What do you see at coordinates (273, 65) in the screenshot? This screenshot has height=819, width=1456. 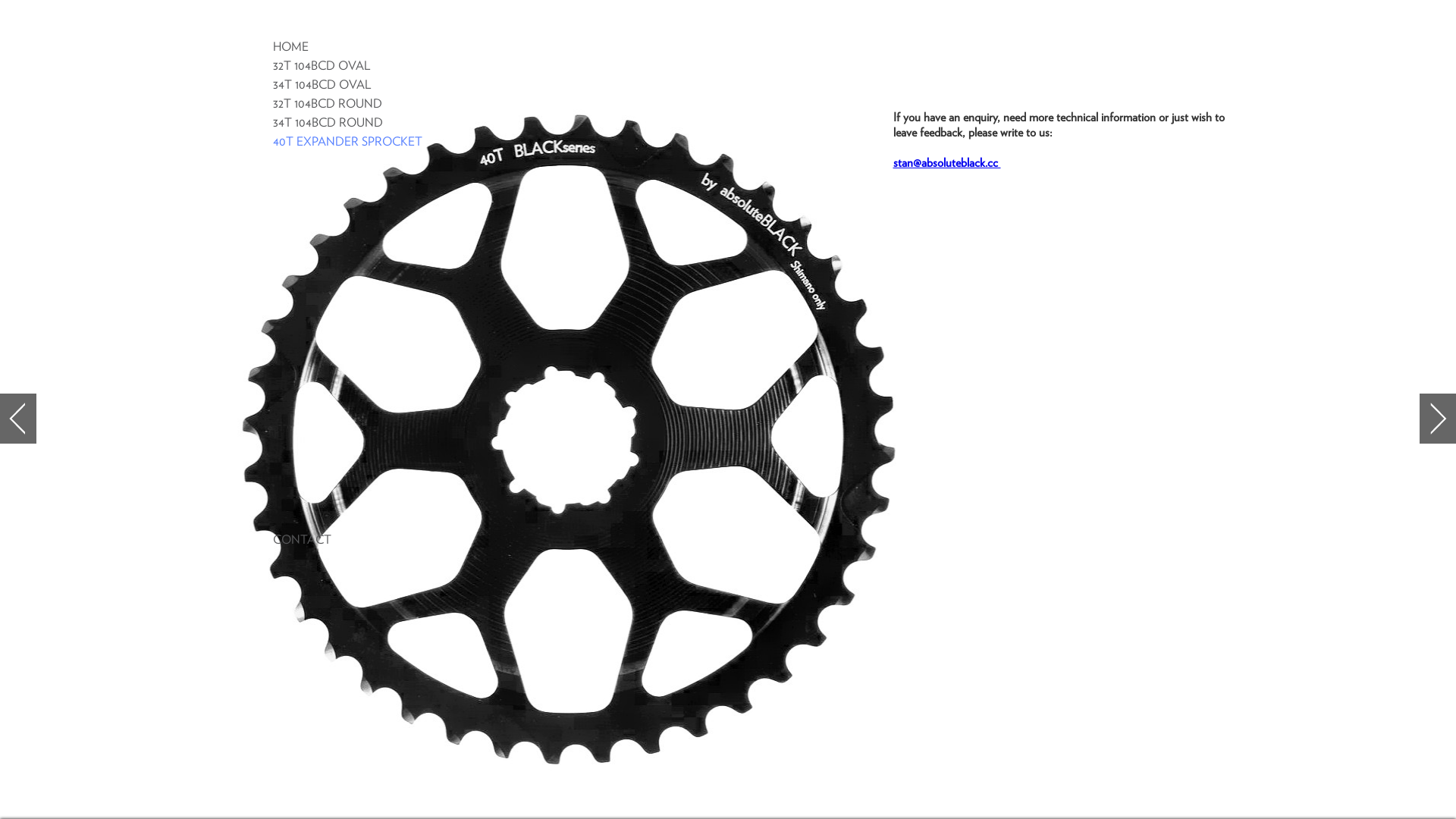 I see `'32T 104BCD OVAL'` at bounding box center [273, 65].